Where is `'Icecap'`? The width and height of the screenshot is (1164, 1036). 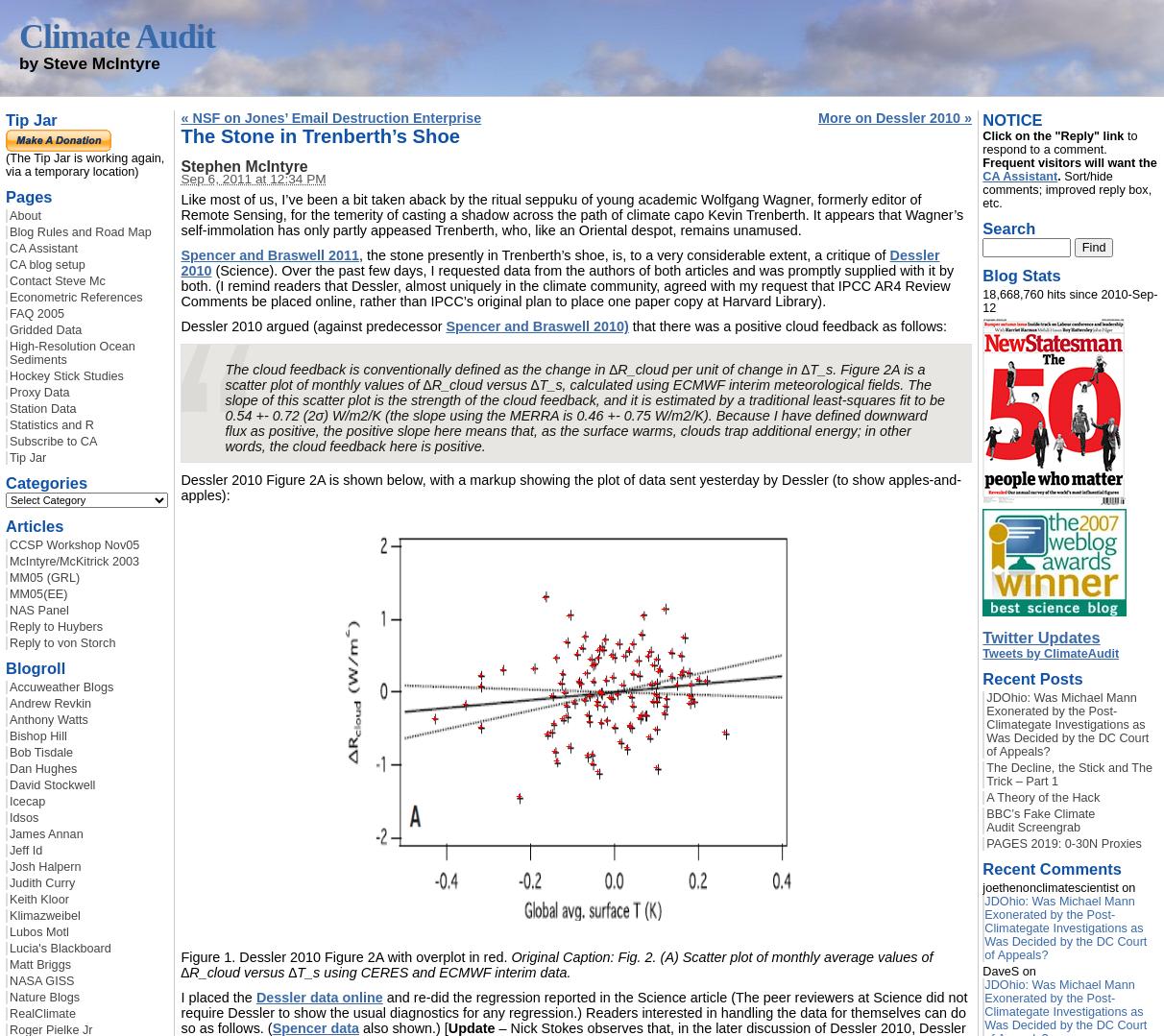
'Icecap' is located at coordinates (9, 802).